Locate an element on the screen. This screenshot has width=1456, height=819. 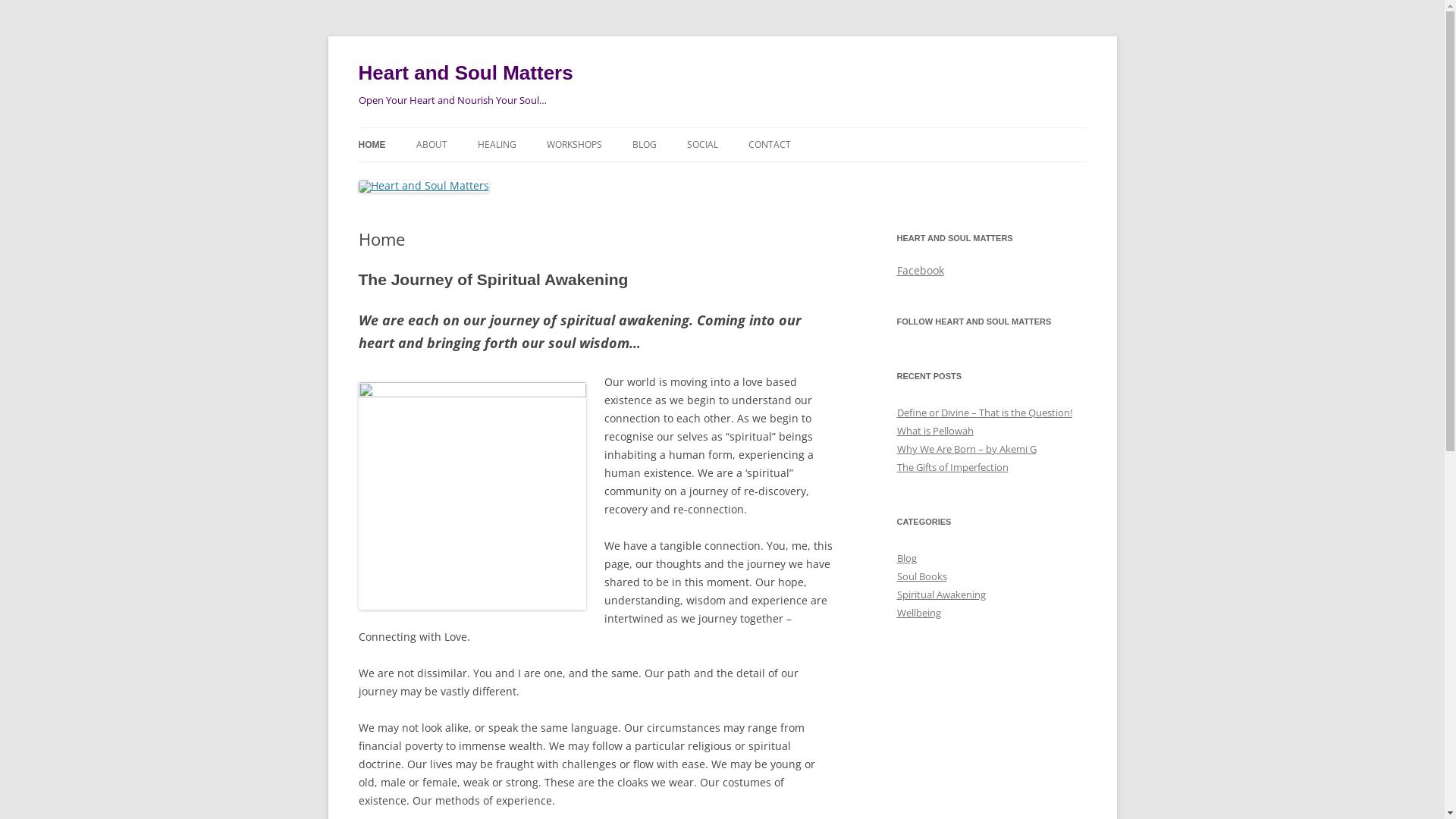
'CONTACT' is located at coordinates (747, 145).